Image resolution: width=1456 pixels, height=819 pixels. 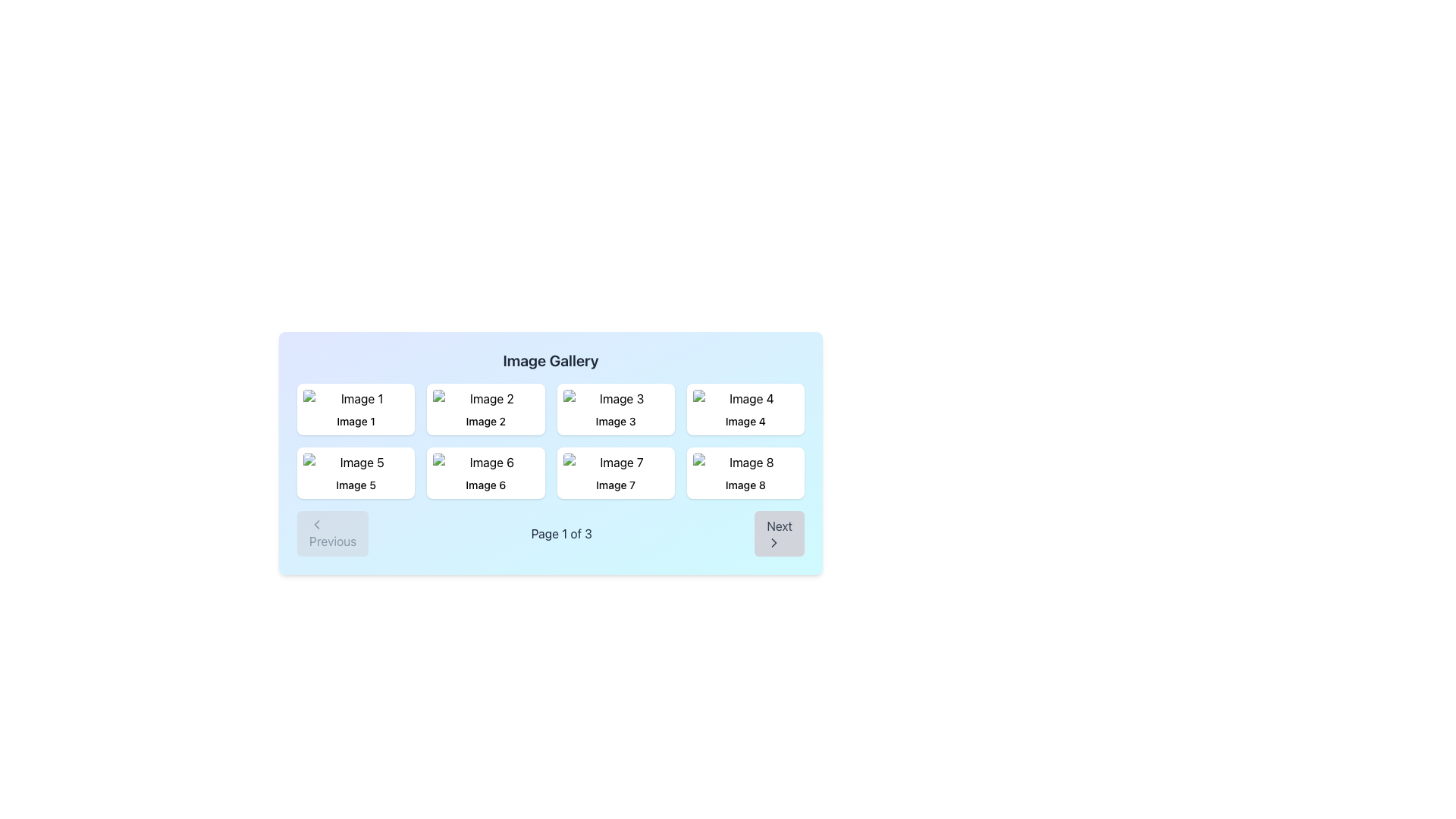 I want to click on the 'Next' button located at the far-right end of the interface, so click(x=780, y=533).